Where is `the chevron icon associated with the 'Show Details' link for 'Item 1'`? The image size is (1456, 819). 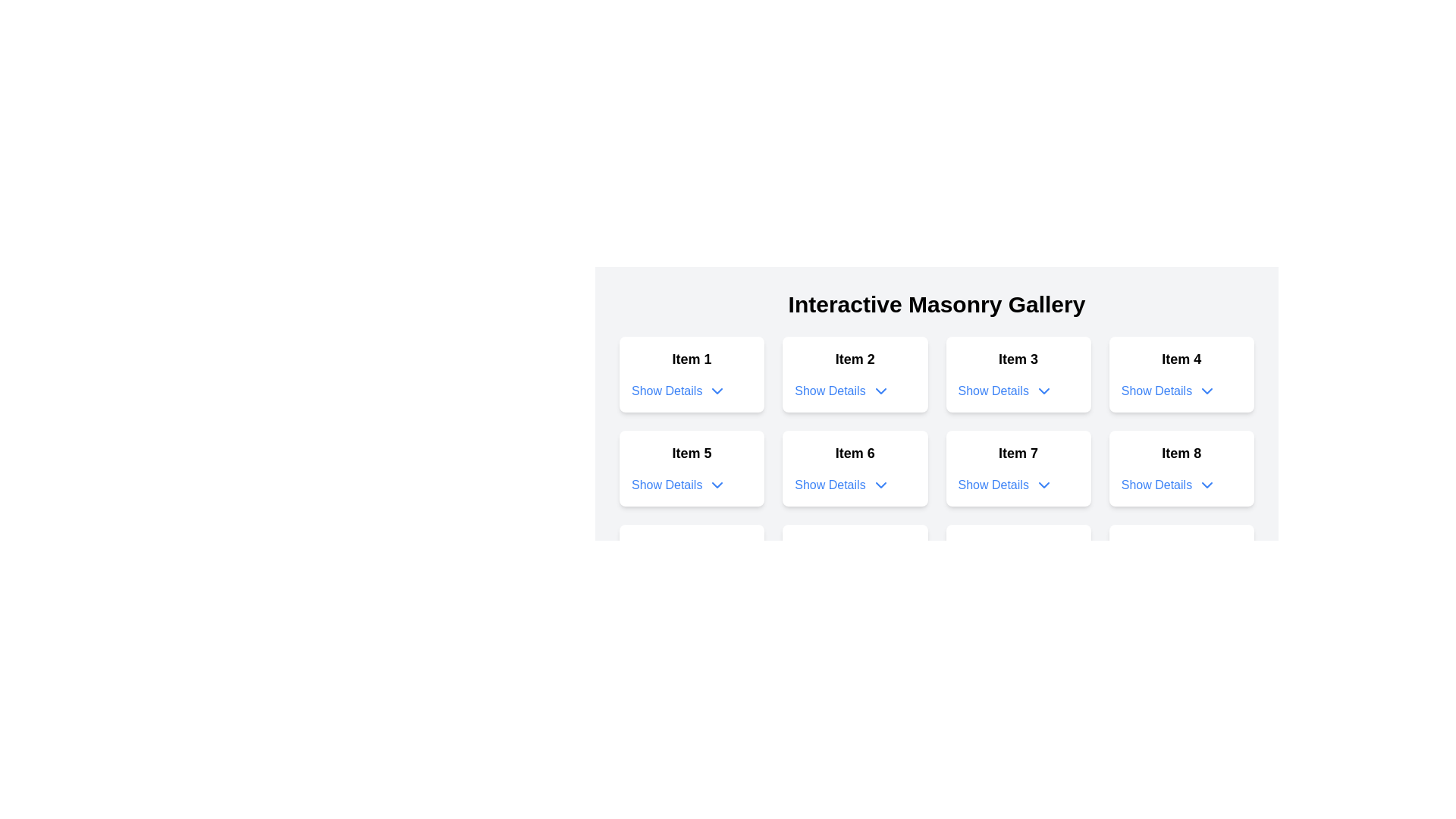
the chevron icon associated with the 'Show Details' link for 'Item 1' is located at coordinates (717, 391).